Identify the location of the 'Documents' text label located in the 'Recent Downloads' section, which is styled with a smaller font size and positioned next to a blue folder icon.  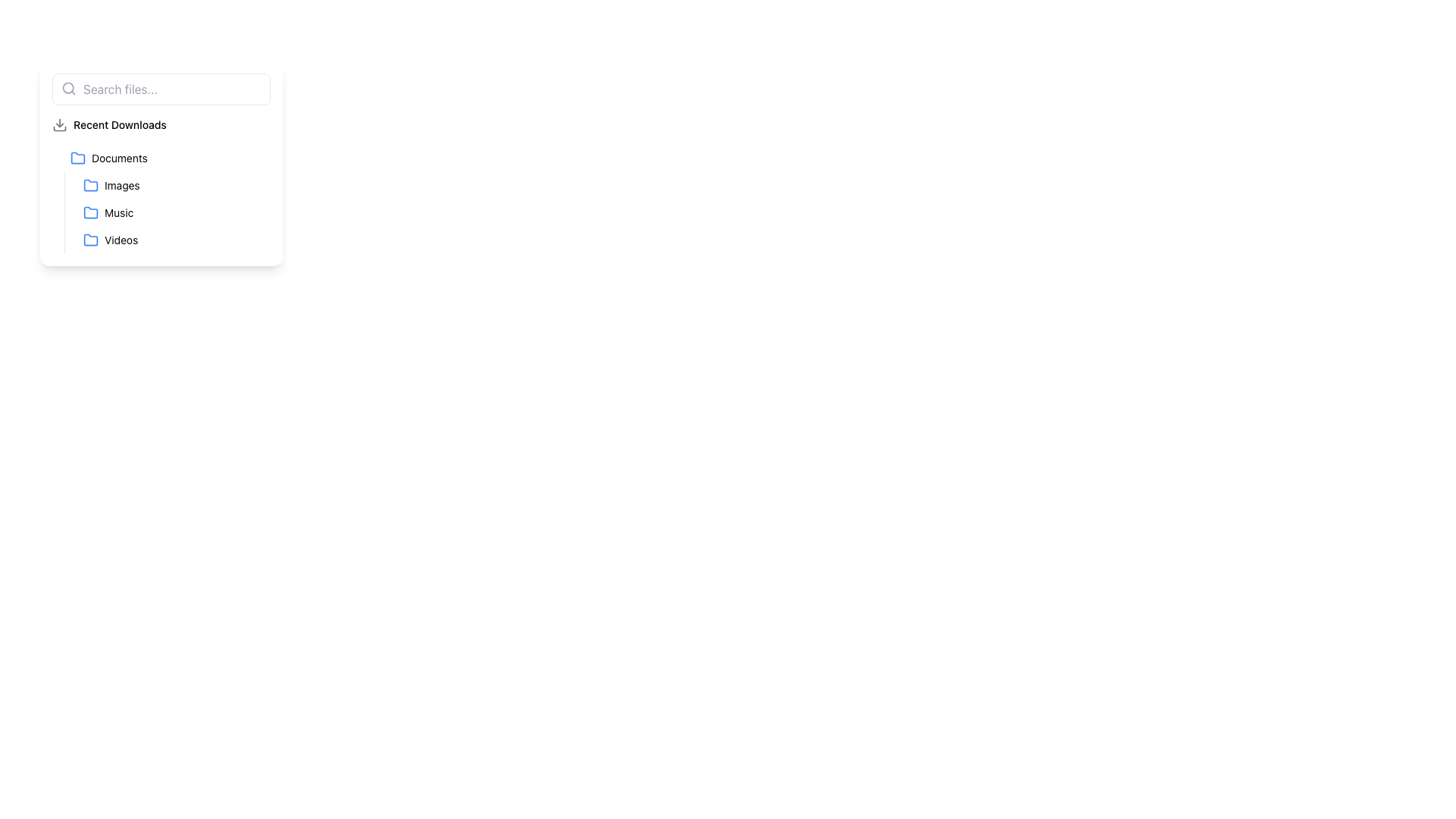
(118, 158).